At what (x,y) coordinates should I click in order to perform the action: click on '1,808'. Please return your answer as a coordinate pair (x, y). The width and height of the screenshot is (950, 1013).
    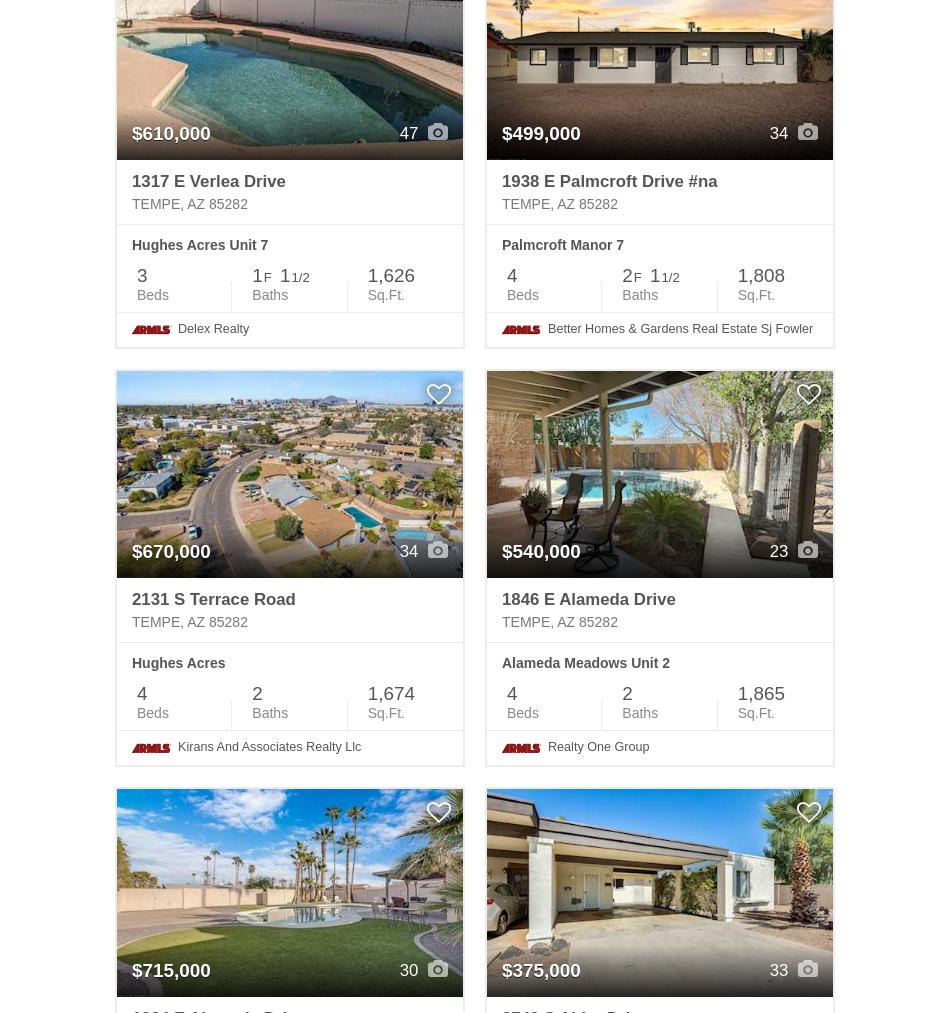
    Looking at the image, I should click on (759, 274).